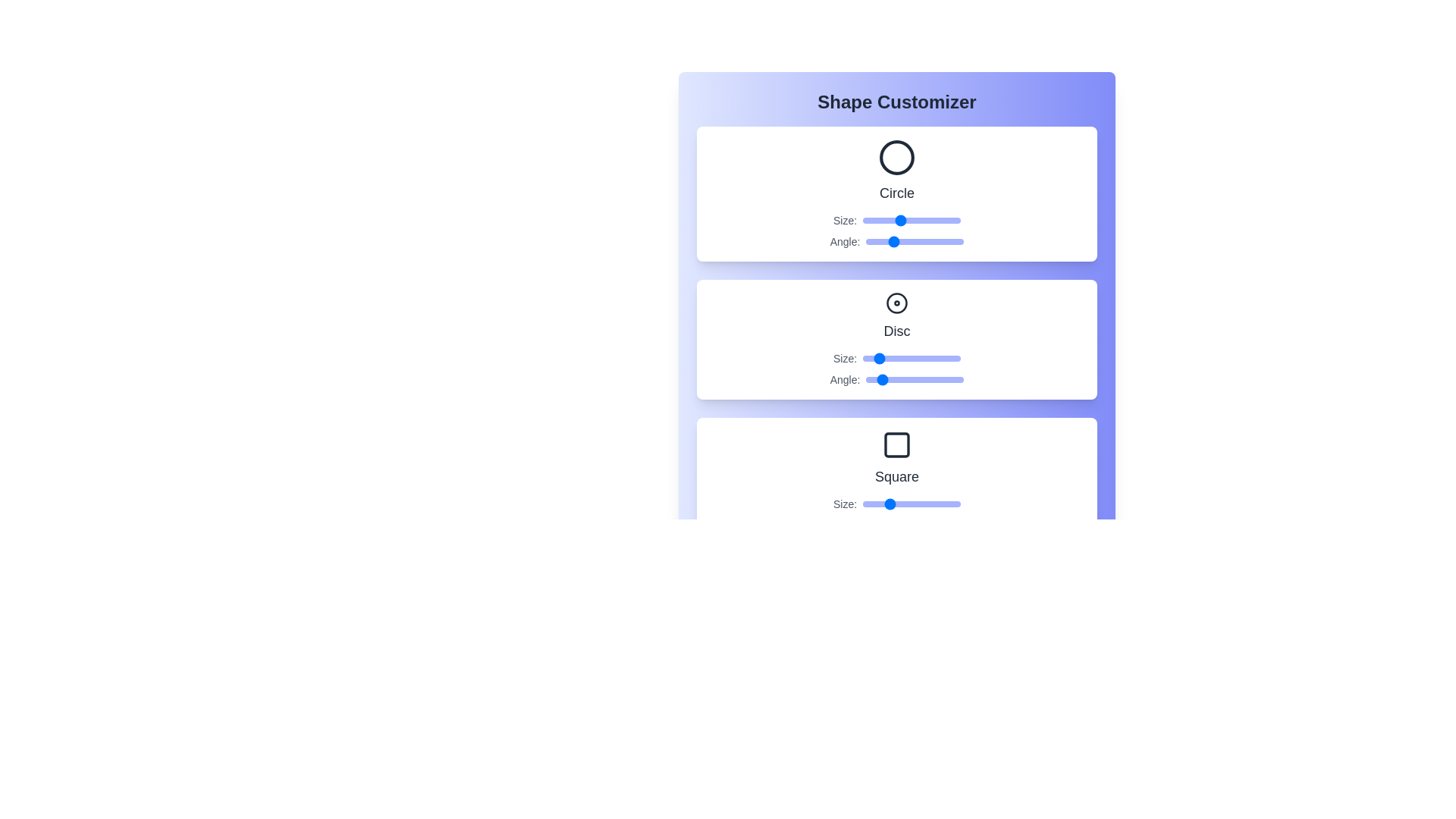  What do you see at coordinates (896, 102) in the screenshot?
I see `the heading text 'Shape Customizer' to interact with it` at bounding box center [896, 102].